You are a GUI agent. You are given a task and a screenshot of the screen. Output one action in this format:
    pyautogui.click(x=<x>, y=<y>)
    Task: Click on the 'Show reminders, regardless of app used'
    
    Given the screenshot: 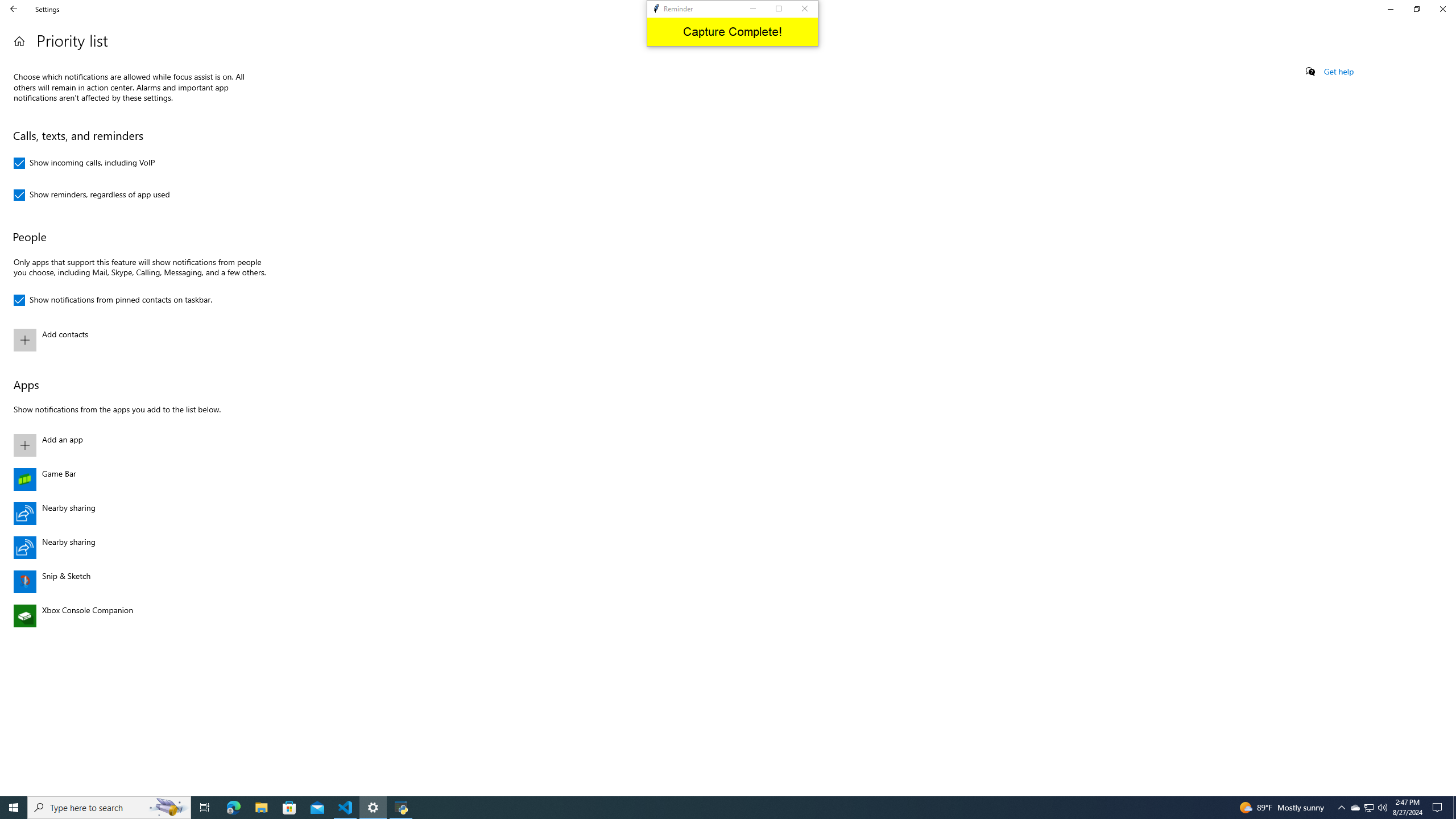 What is the action you would take?
    pyautogui.click(x=91, y=194)
    